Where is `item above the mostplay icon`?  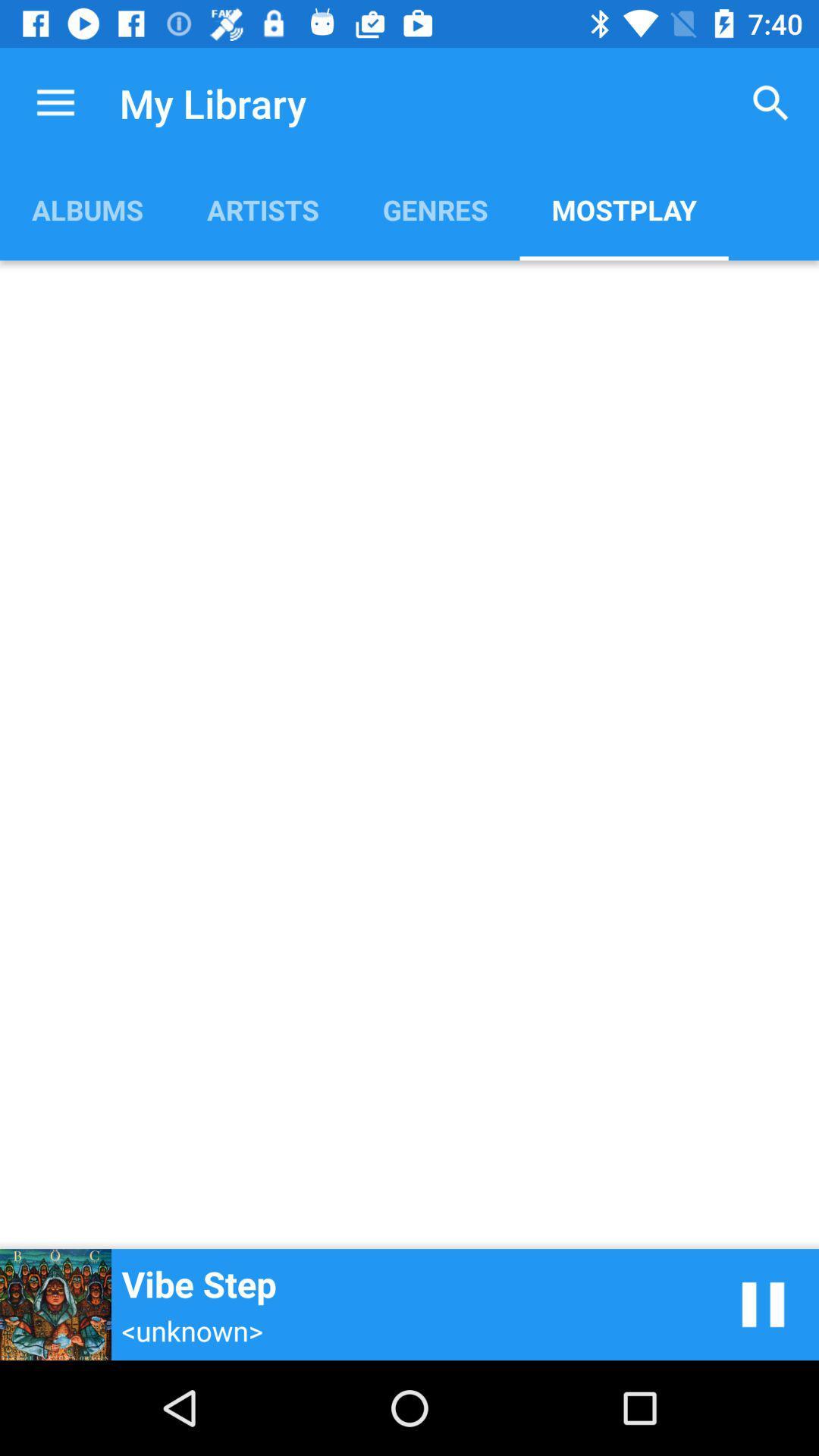
item above the mostplay icon is located at coordinates (771, 102).